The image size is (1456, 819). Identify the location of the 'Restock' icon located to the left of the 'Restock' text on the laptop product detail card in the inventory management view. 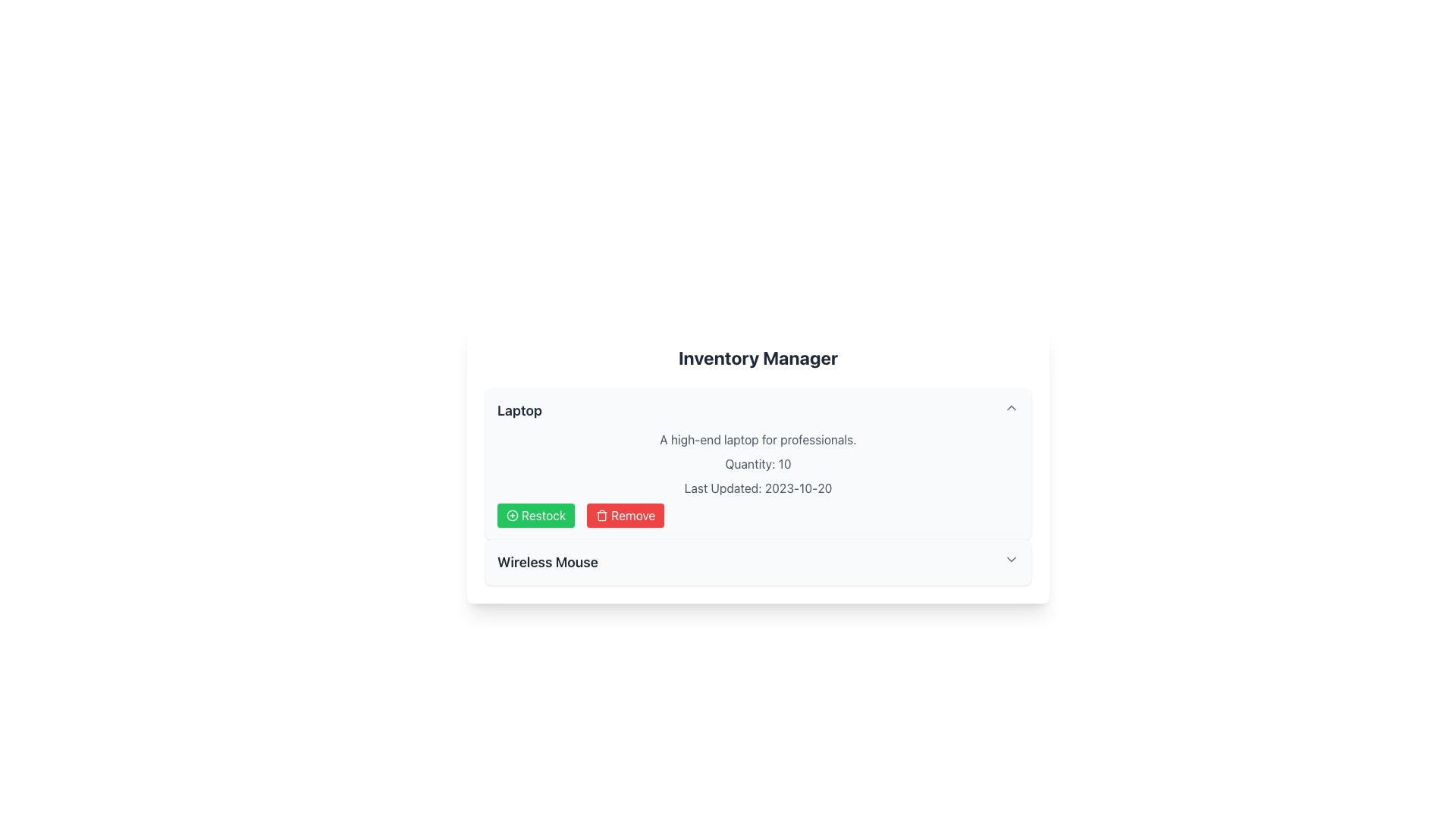
(513, 514).